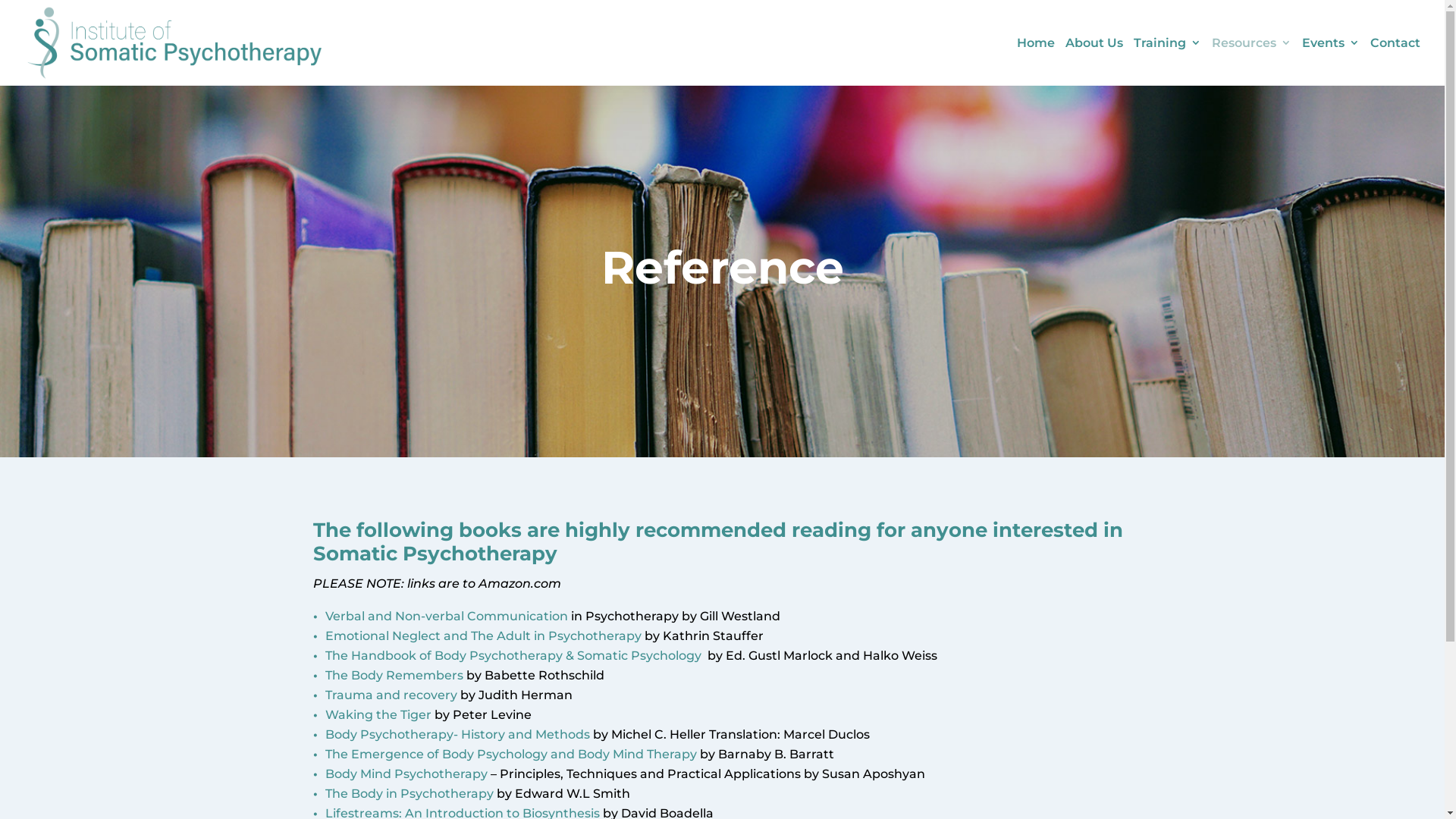  Describe the element at coordinates (1330, 61) in the screenshot. I see `'Events'` at that location.